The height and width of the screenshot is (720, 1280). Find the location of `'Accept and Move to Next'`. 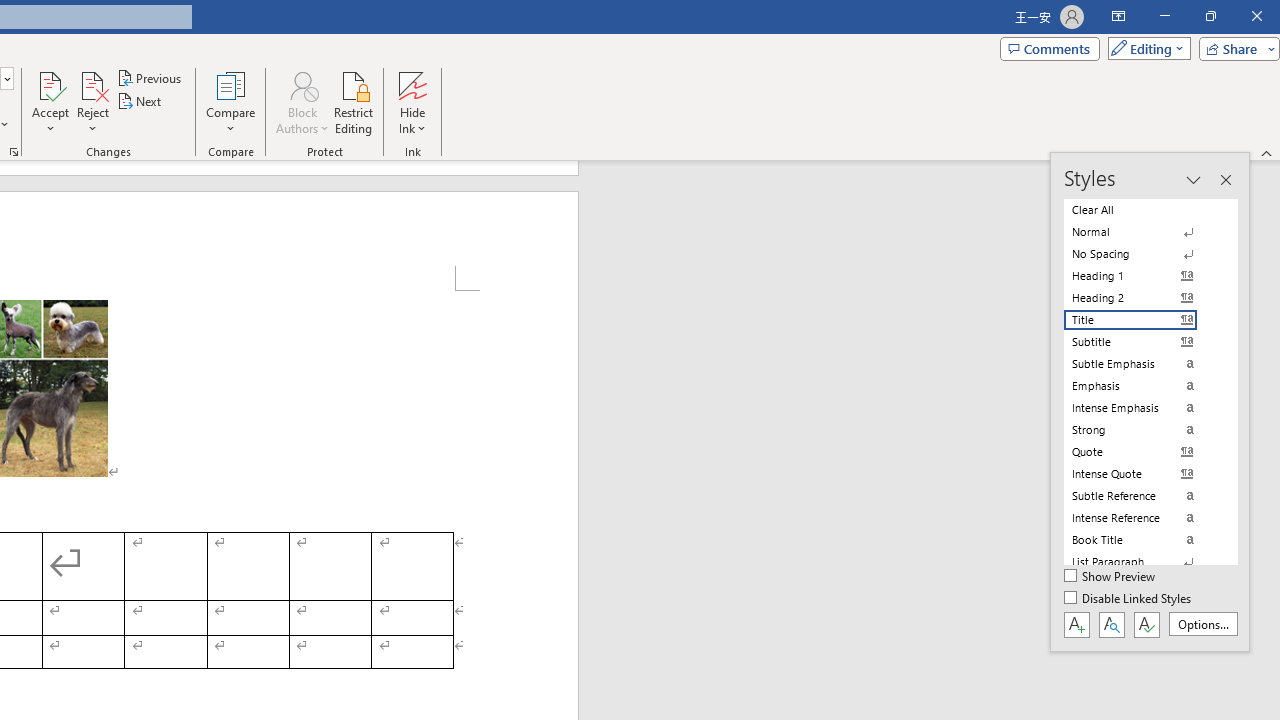

'Accept and Move to Next' is located at coordinates (50, 84).